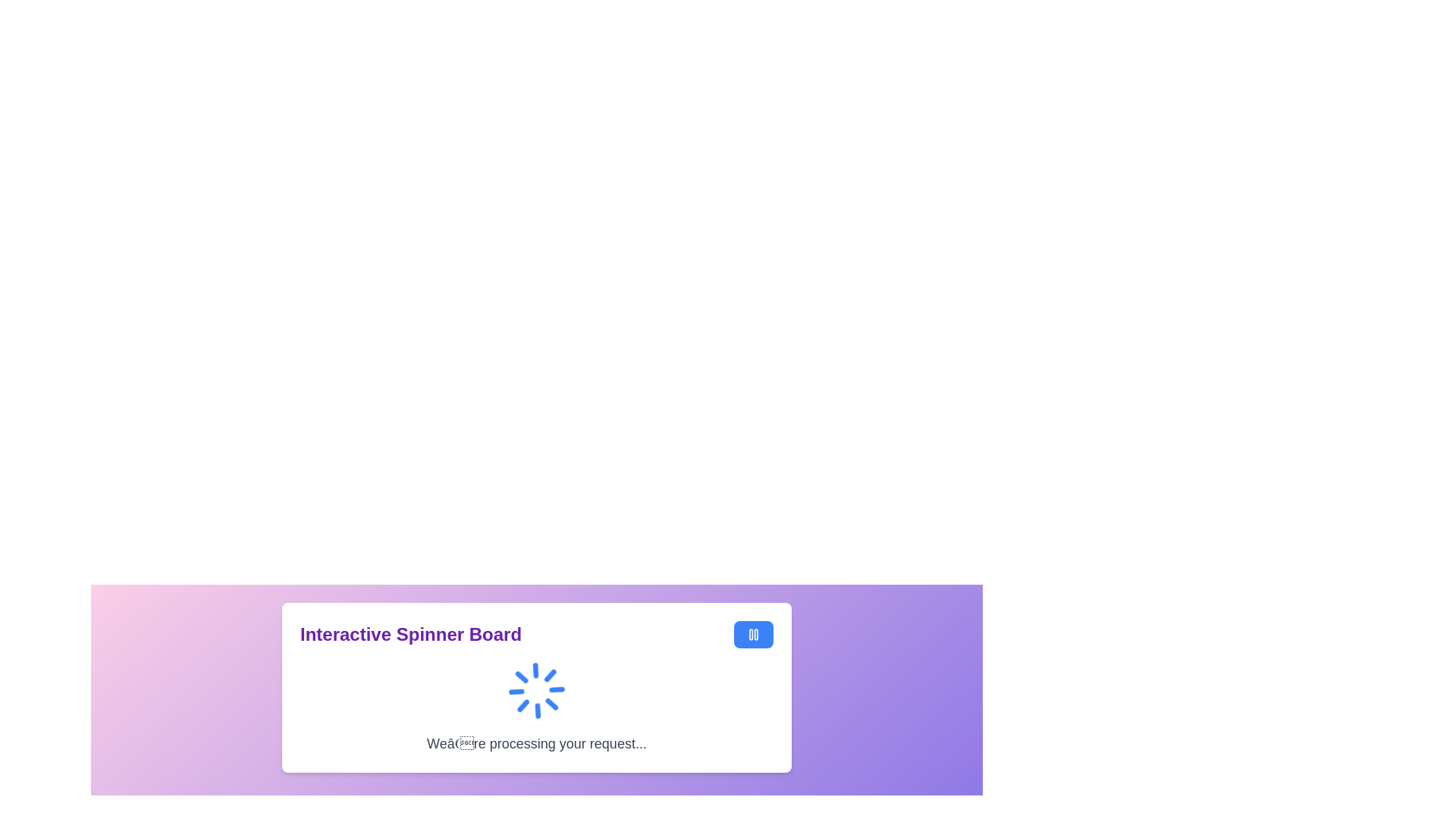 Image resolution: width=1456 pixels, height=819 pixels. Describe the element at coordinates (756, 635) in the screenshot. I see `the right vertical bar of the pause icon within the blue circular button on the Interactive Spinner Board` at that location.